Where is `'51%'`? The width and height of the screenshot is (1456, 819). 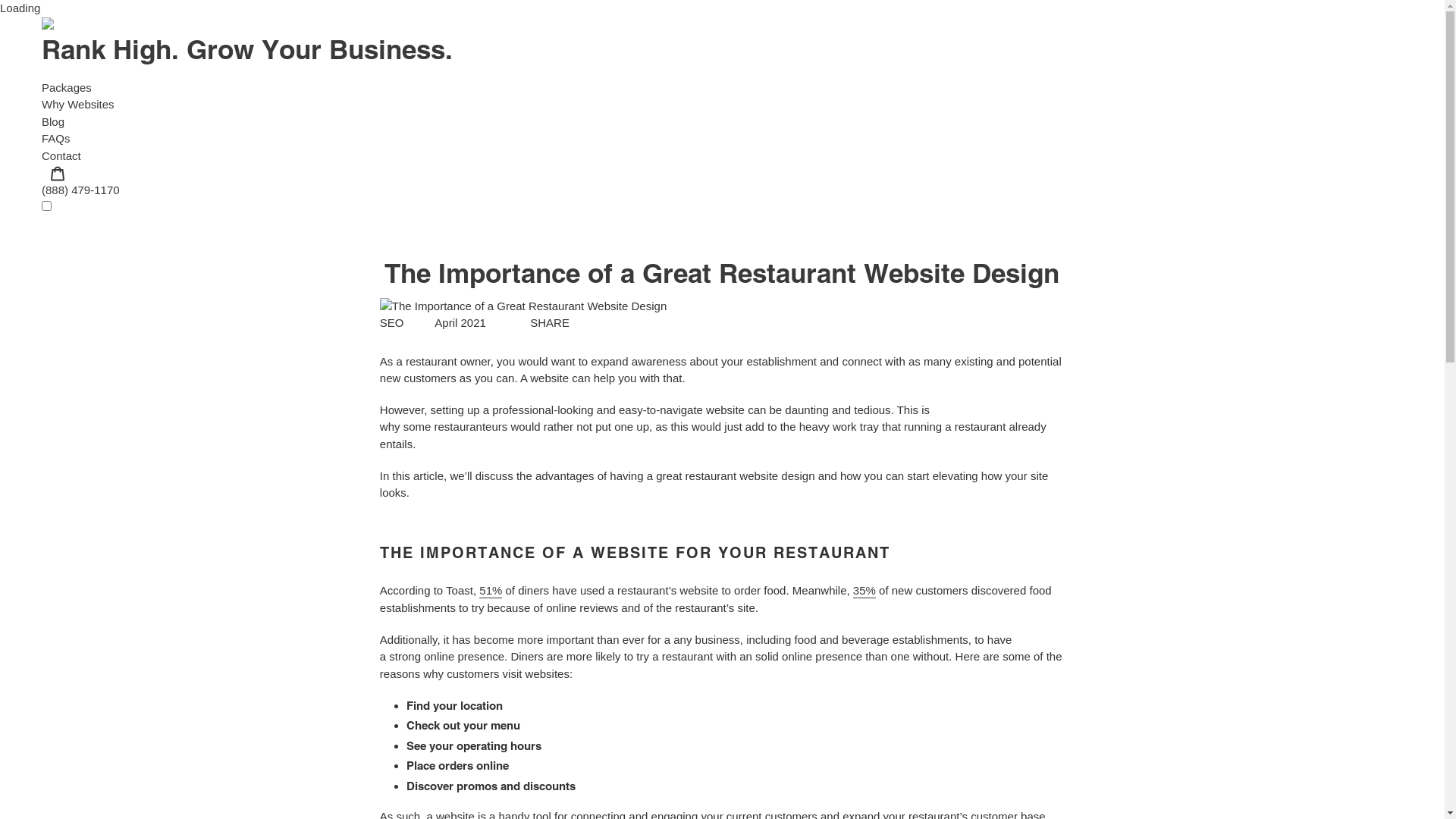 '51%' is located at coordinates (491, 590).